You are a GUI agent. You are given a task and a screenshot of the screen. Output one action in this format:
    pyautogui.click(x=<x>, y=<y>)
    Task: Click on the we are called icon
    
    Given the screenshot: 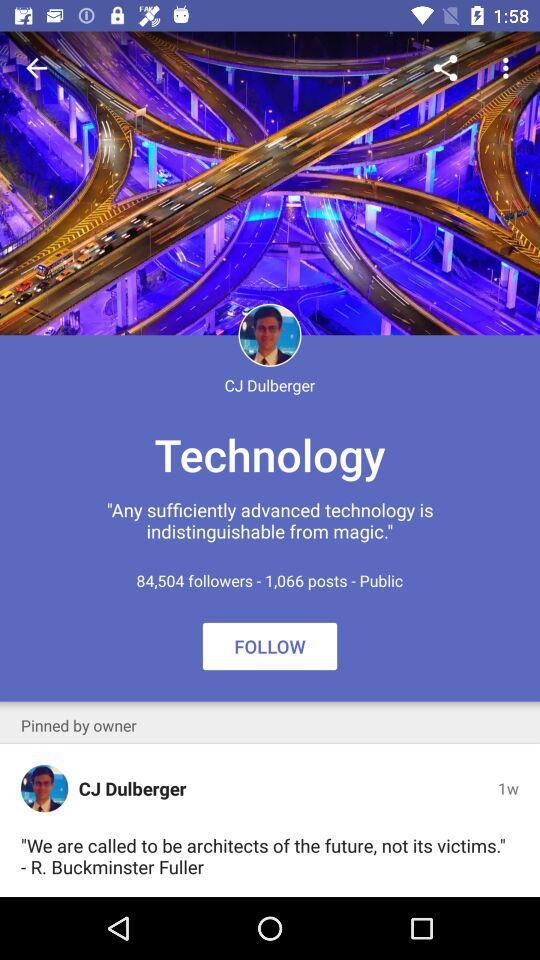 What is the action you would take?
    pyautogui.click(x=265, y=855)
    